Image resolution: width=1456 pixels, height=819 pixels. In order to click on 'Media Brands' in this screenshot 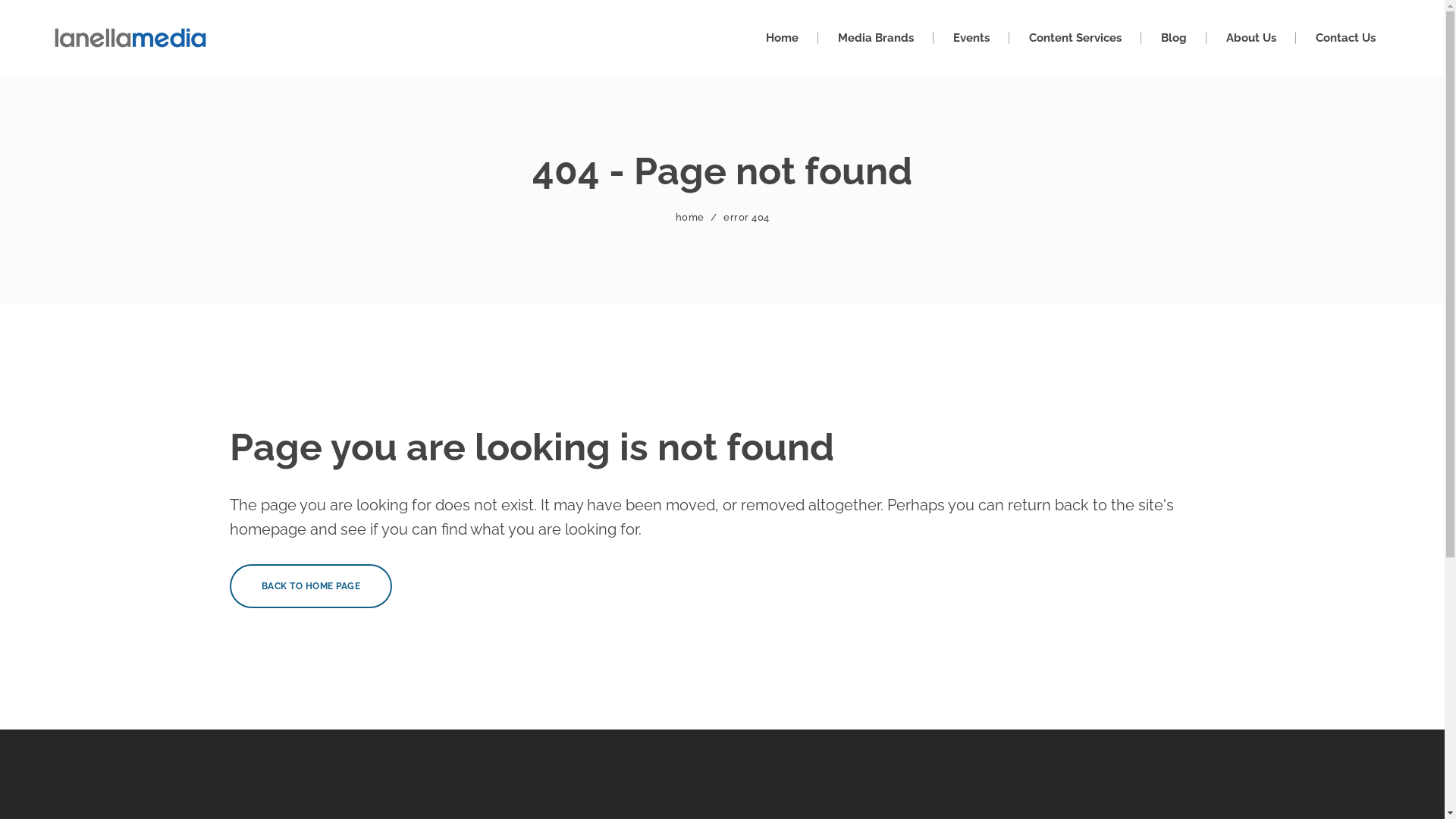, I will do `click(876, 37)`.